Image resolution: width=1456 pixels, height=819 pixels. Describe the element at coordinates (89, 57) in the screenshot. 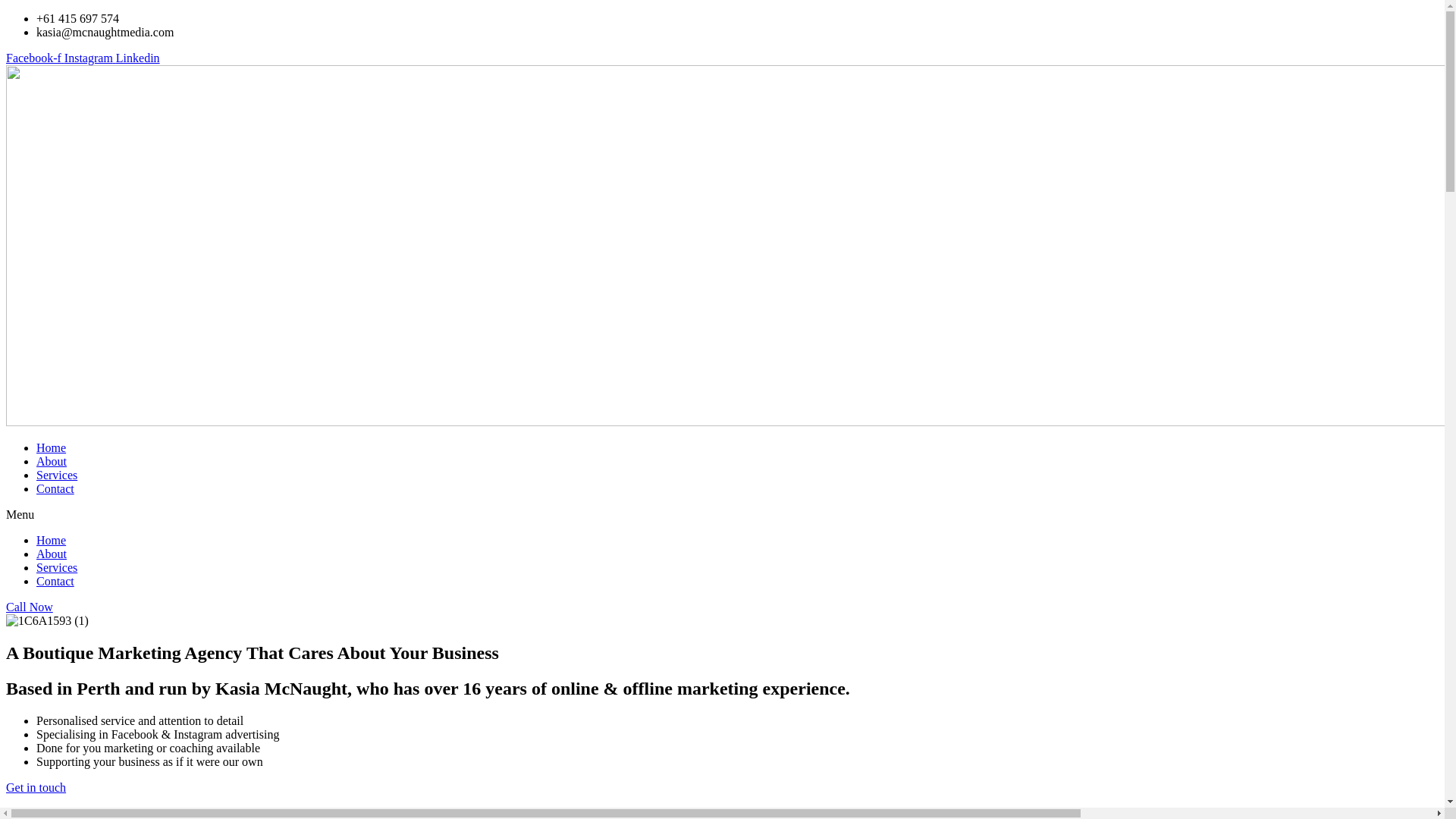

I see `'Instagram'` at that location.